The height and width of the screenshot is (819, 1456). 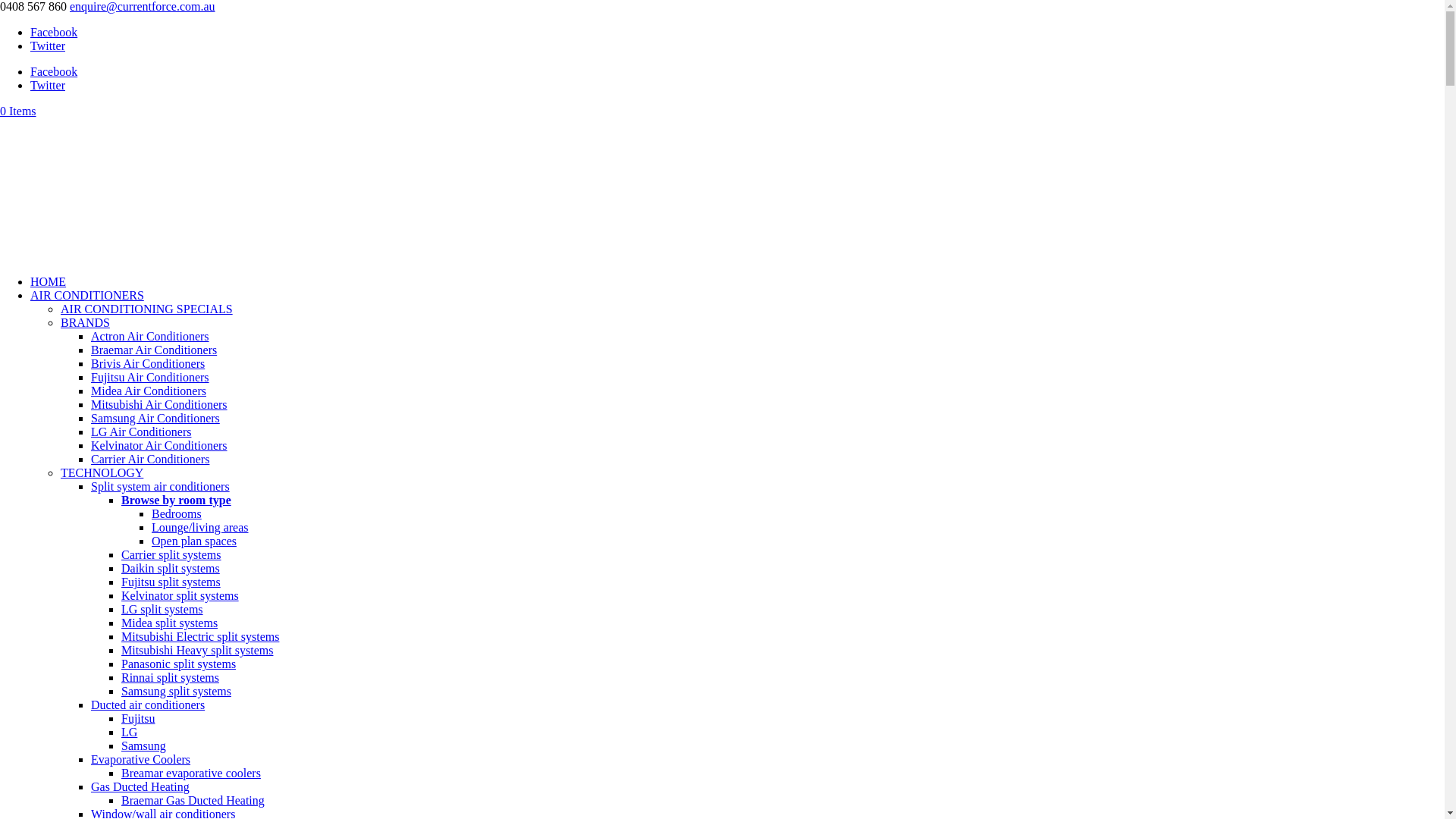 What do you see at coordinates (120, 663) in the screenshot?
I see `'Panasonic split systems'` at bounding box center [120, 663].